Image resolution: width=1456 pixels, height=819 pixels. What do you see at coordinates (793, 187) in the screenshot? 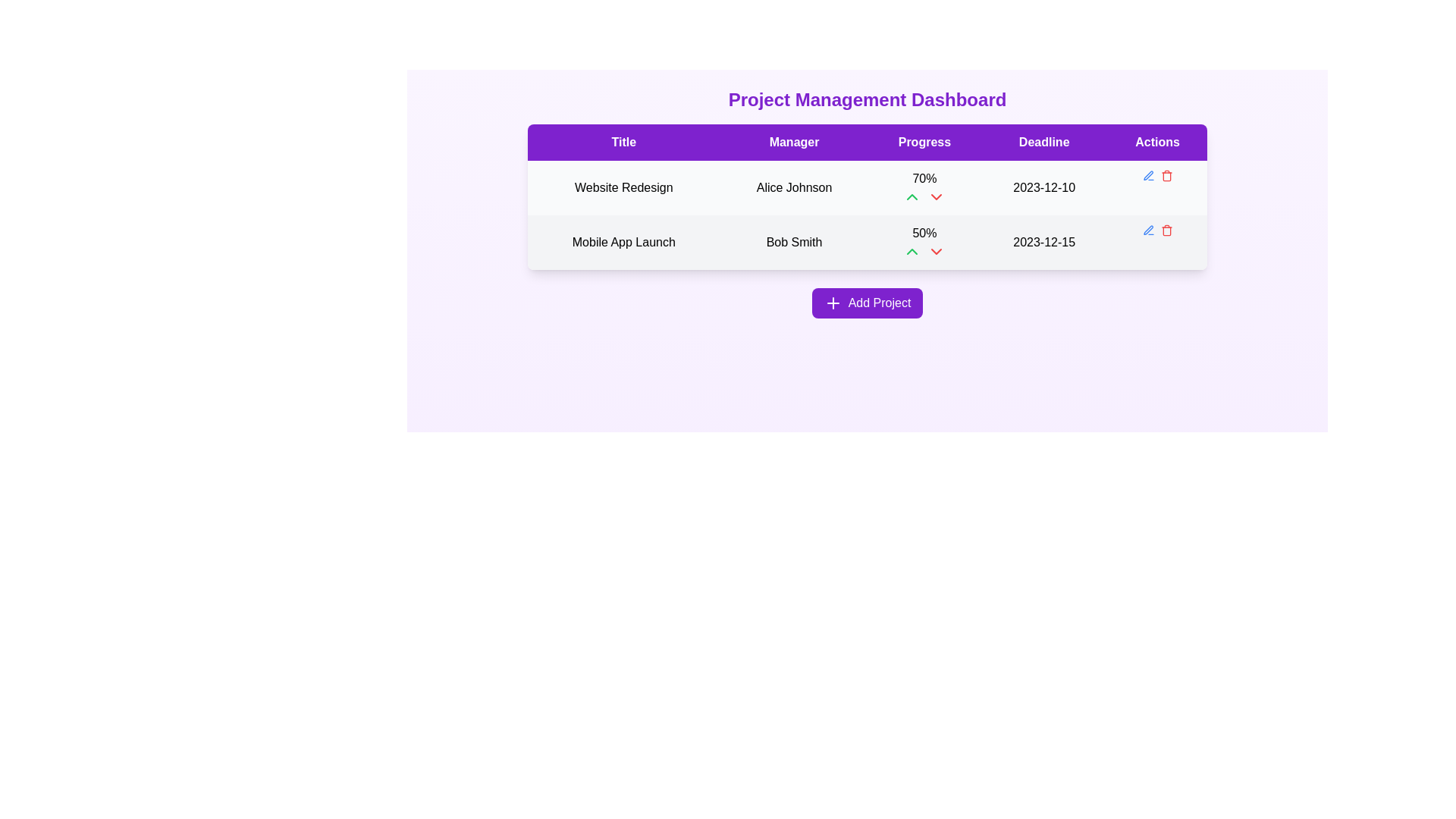
I see `the text label displaying 'Alice Johnson', which is located in the second column of the first row of the table, between the 'Title' and 'Progress' columns` at bounding box center [793, 187].